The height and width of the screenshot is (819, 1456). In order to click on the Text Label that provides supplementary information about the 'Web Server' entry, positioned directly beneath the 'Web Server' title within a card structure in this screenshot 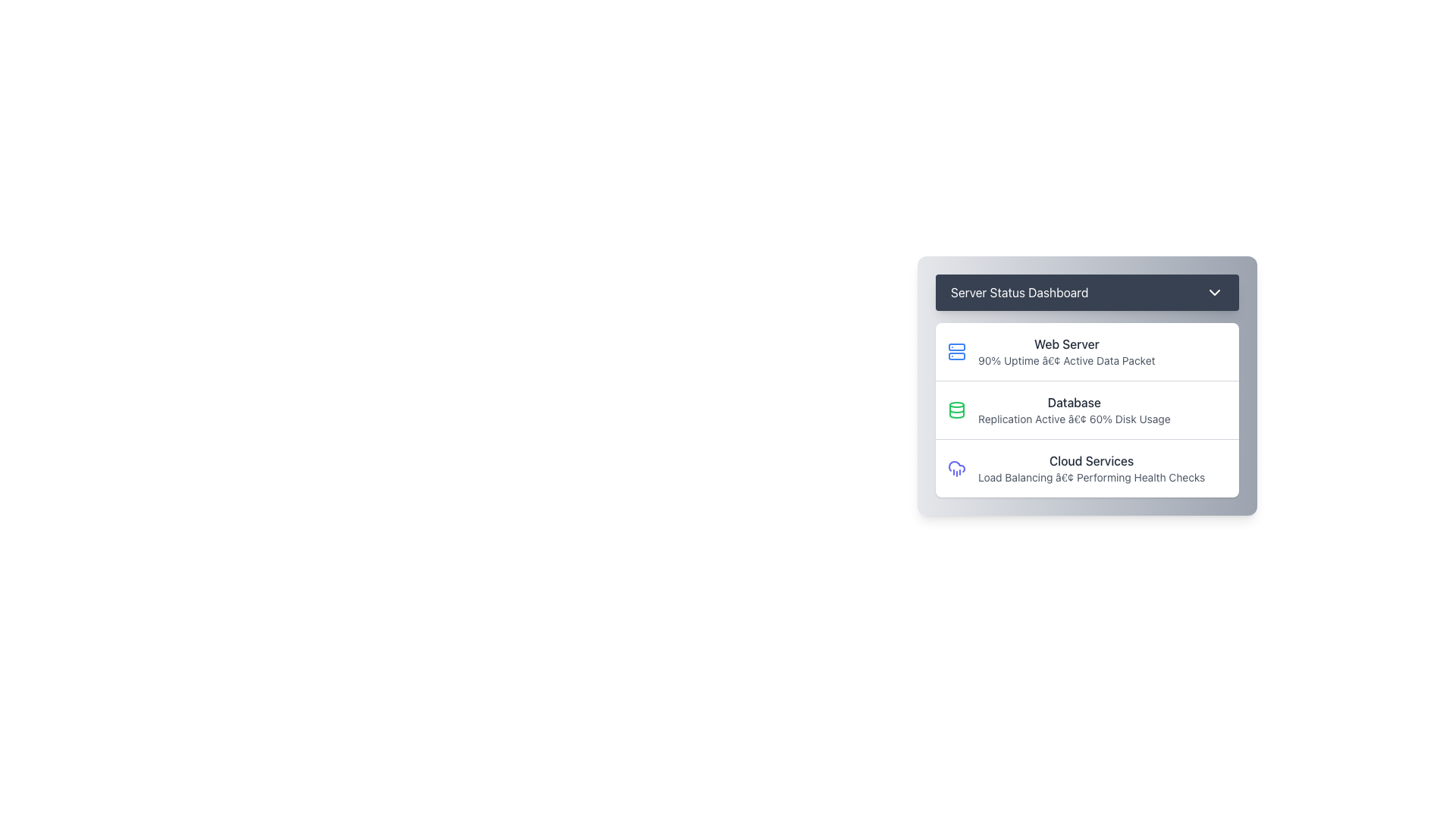, I will do `click(1065, 360)`.